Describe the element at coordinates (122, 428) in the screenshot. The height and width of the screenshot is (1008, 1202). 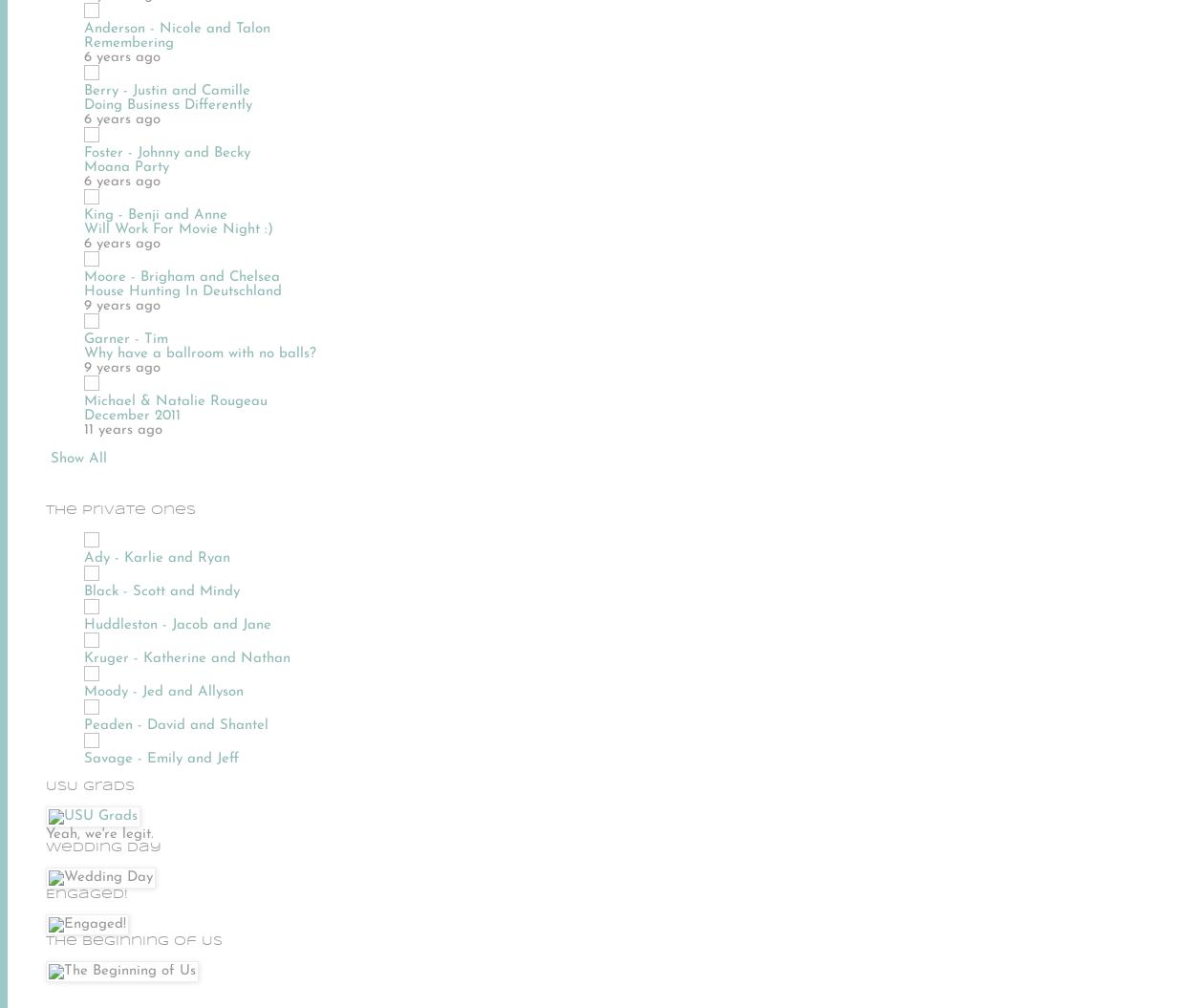
I see `'11 years ago'` at that location.